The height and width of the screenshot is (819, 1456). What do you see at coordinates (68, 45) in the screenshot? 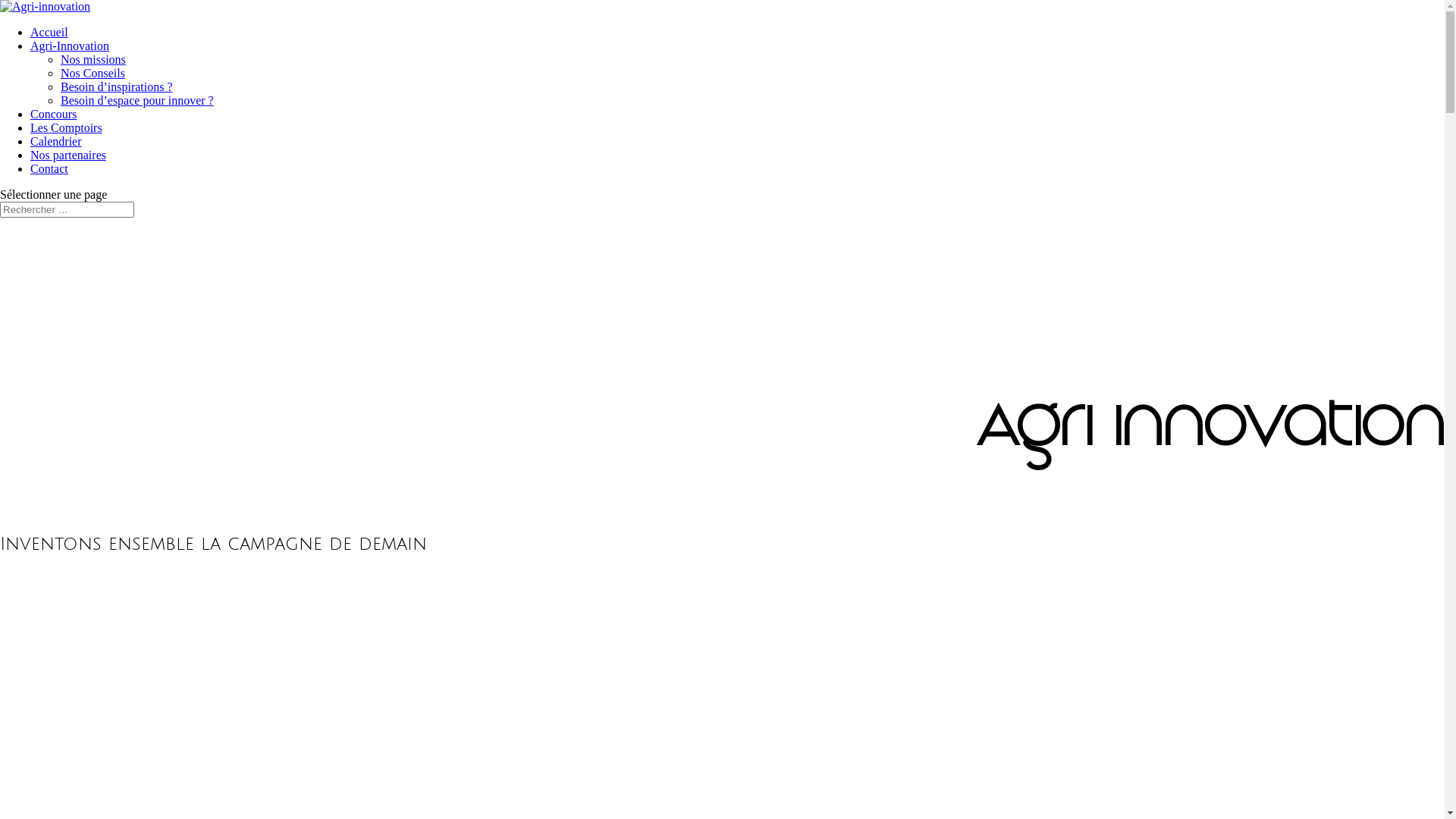
I see `'Agri-Innovation'` at bounding box center [68, 45].